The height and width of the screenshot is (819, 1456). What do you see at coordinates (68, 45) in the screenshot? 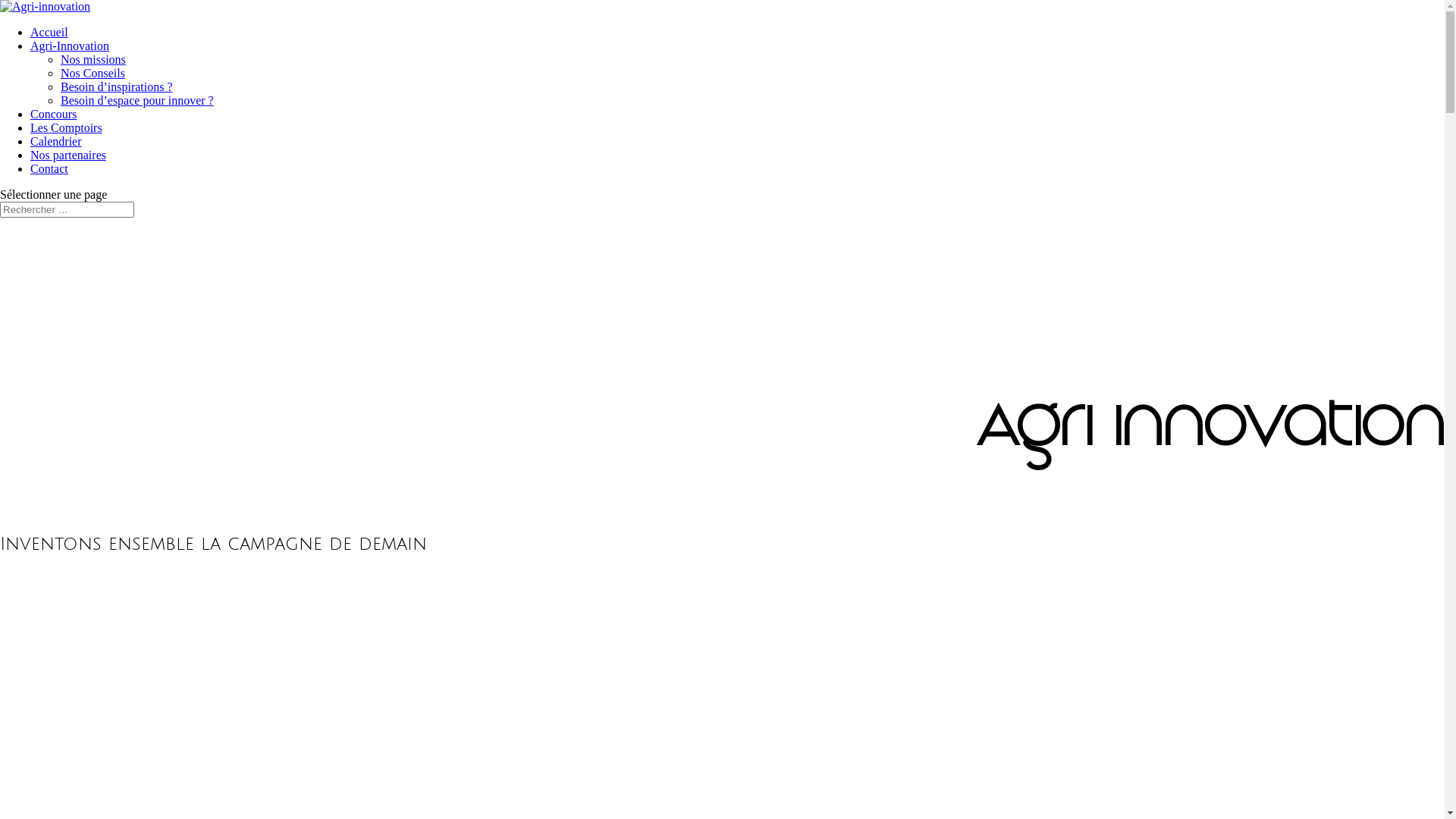
I see `'Agri-Innovation'` at bounding box center [68, 45].